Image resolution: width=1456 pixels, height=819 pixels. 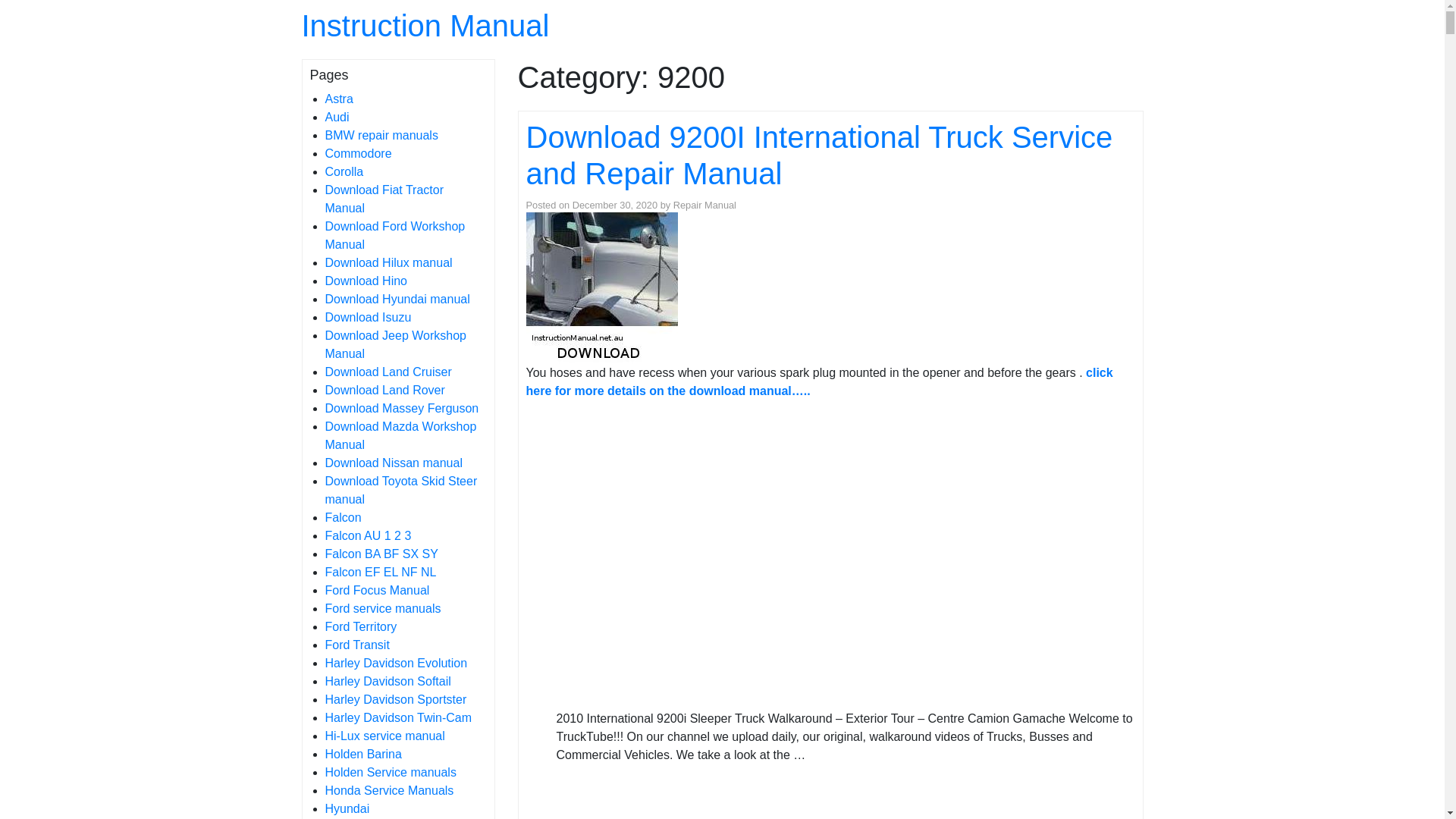 What do you see at coordinates (359, 626) in the screenshot?
I see `'Ford Territory'` at bounding box center [359, 626].